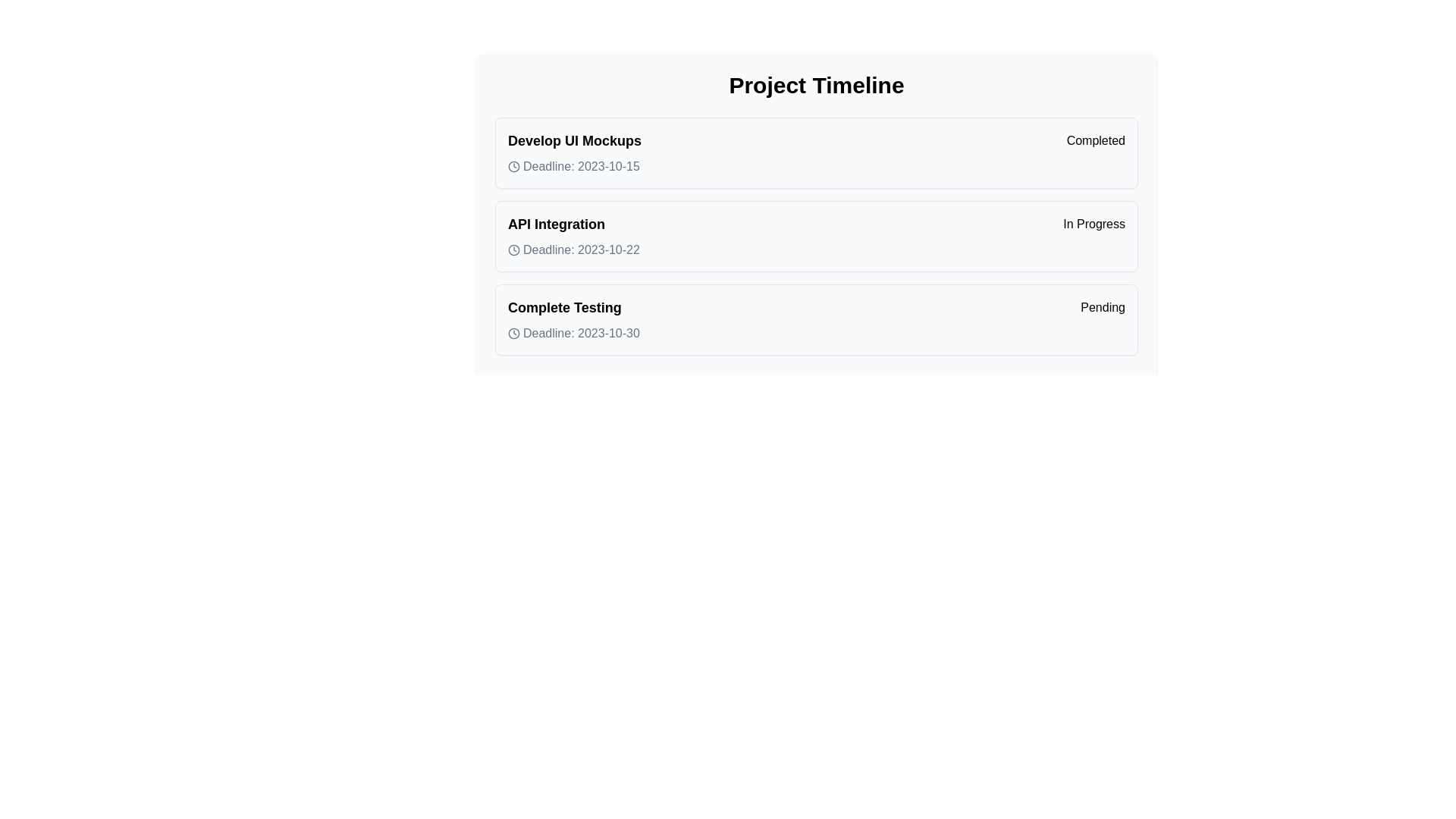 The width and height of the screenshot is (1456, 819). I want to click on the second item in the project timeline list titled 'API Integration', which displays the deadline and status 'In Progress', so click(815, 205).